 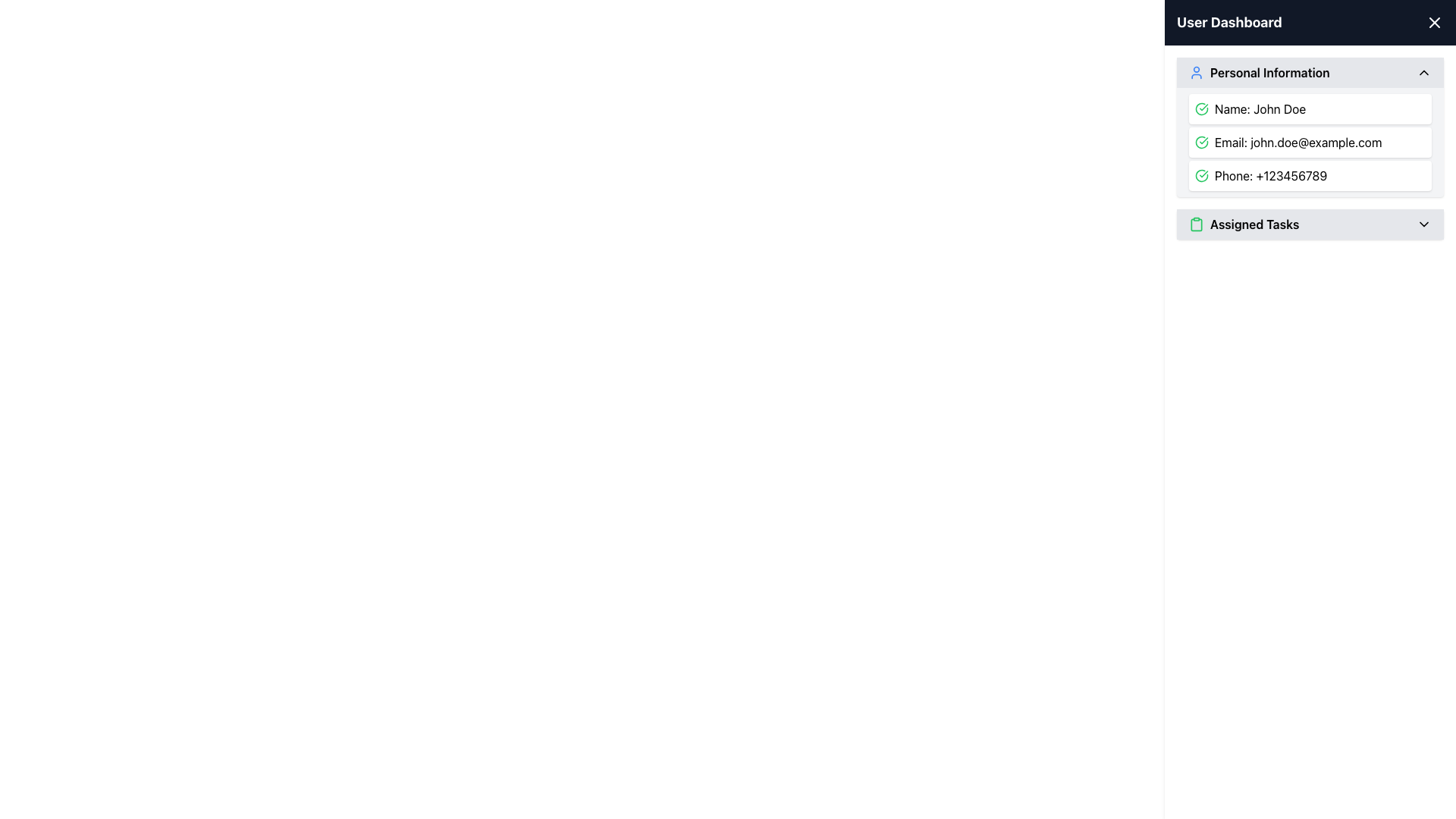 I want to click on information contained in the Information Panel located in the top-left corner of the right-side panel in the dashboard, which displays personal details such as Name, Email, and Phone, so click(x=1310, y=127).